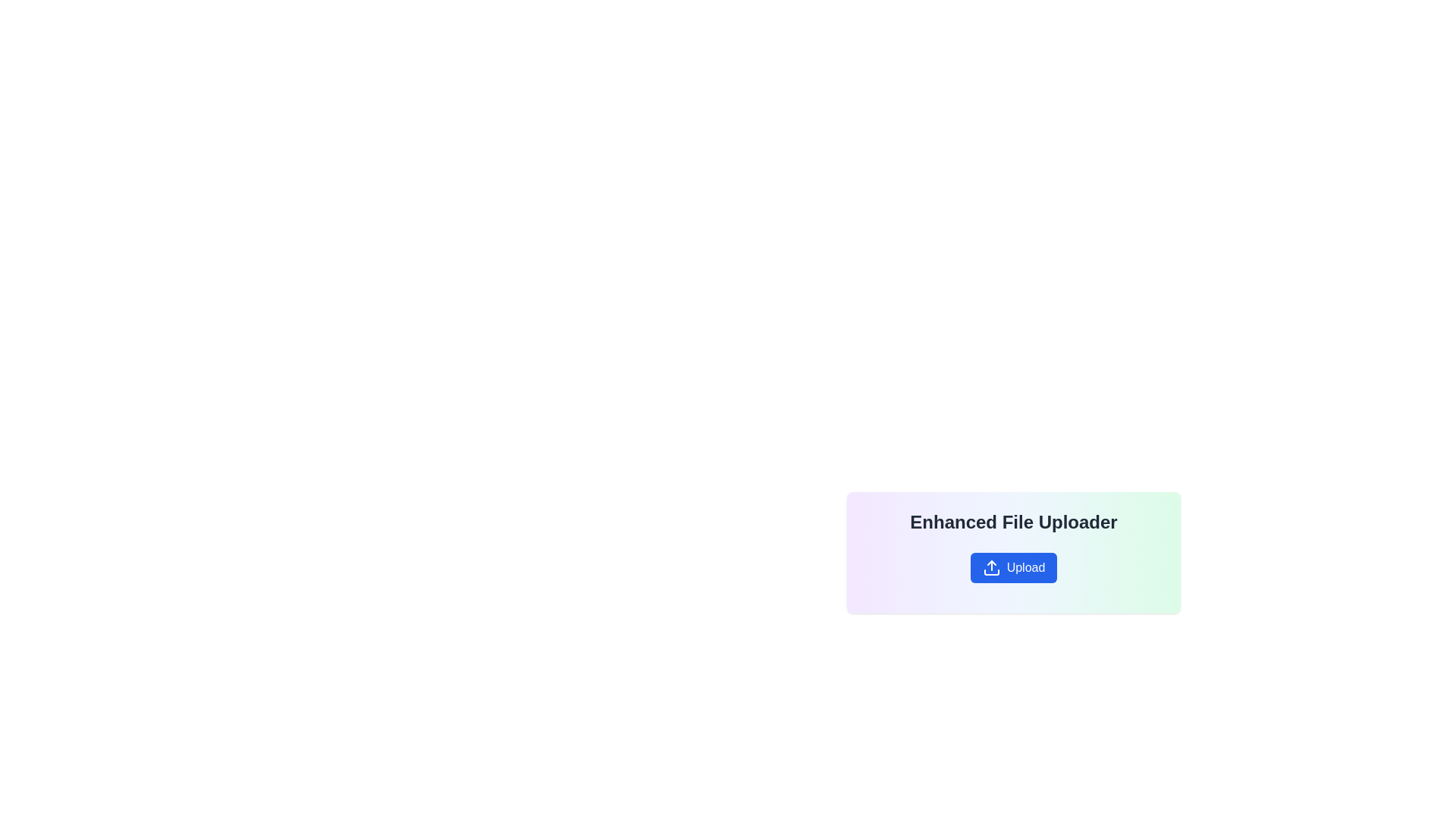 The width and height of the screenshot is (1456, 819). I want to click on the 'Upload' button, which is a rectangular button with rounded corners, blue background, white text, and an upward arrow icon, located beneath the 'Enhanced File Uploader' text, so click(1013, 567).